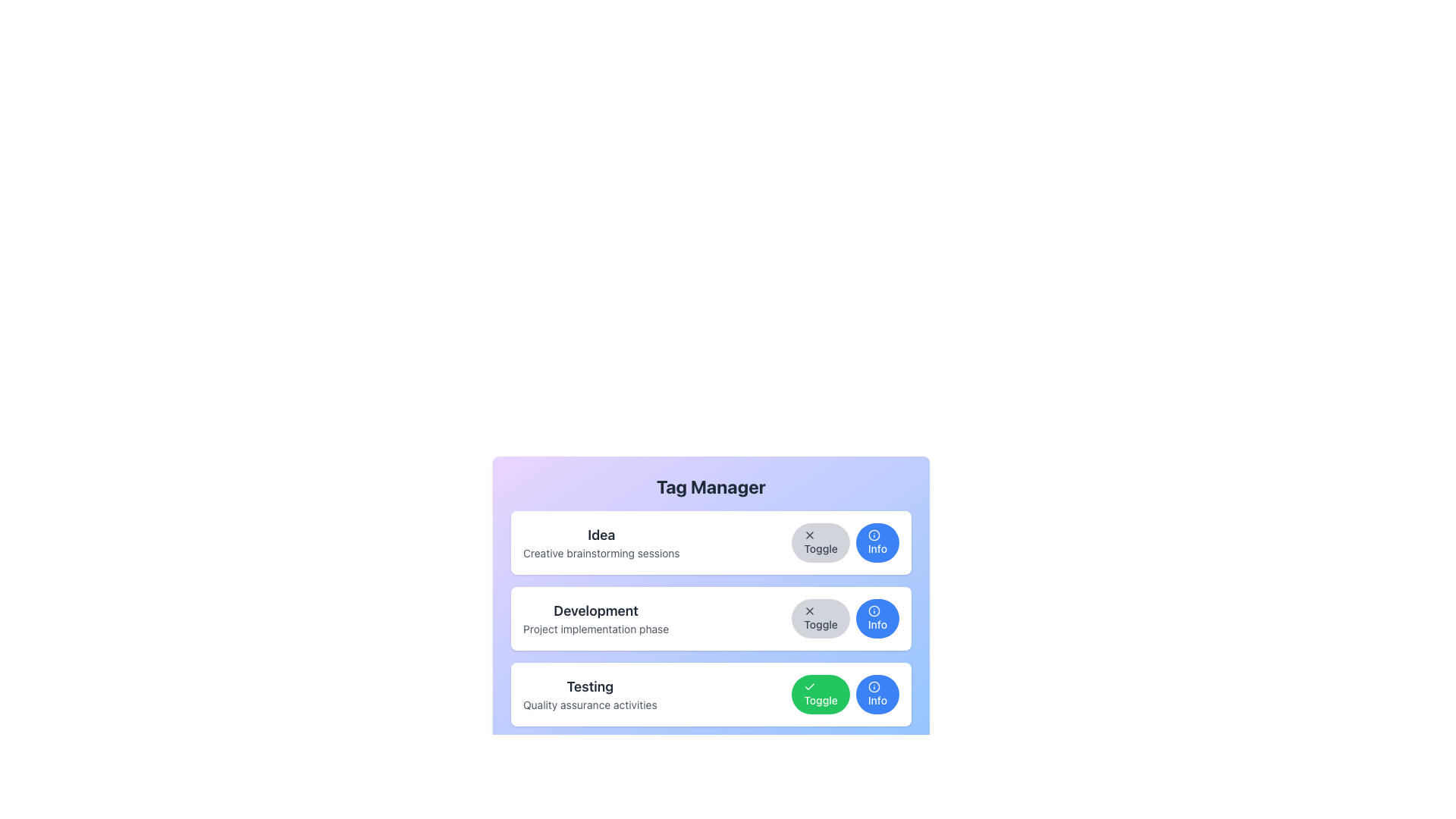 This screenshot has width=1456, height=819. I want to click on the descriptive text element located under the 'Testing' title, which provides additional information about the 'Testing' label, so click(589, 704).